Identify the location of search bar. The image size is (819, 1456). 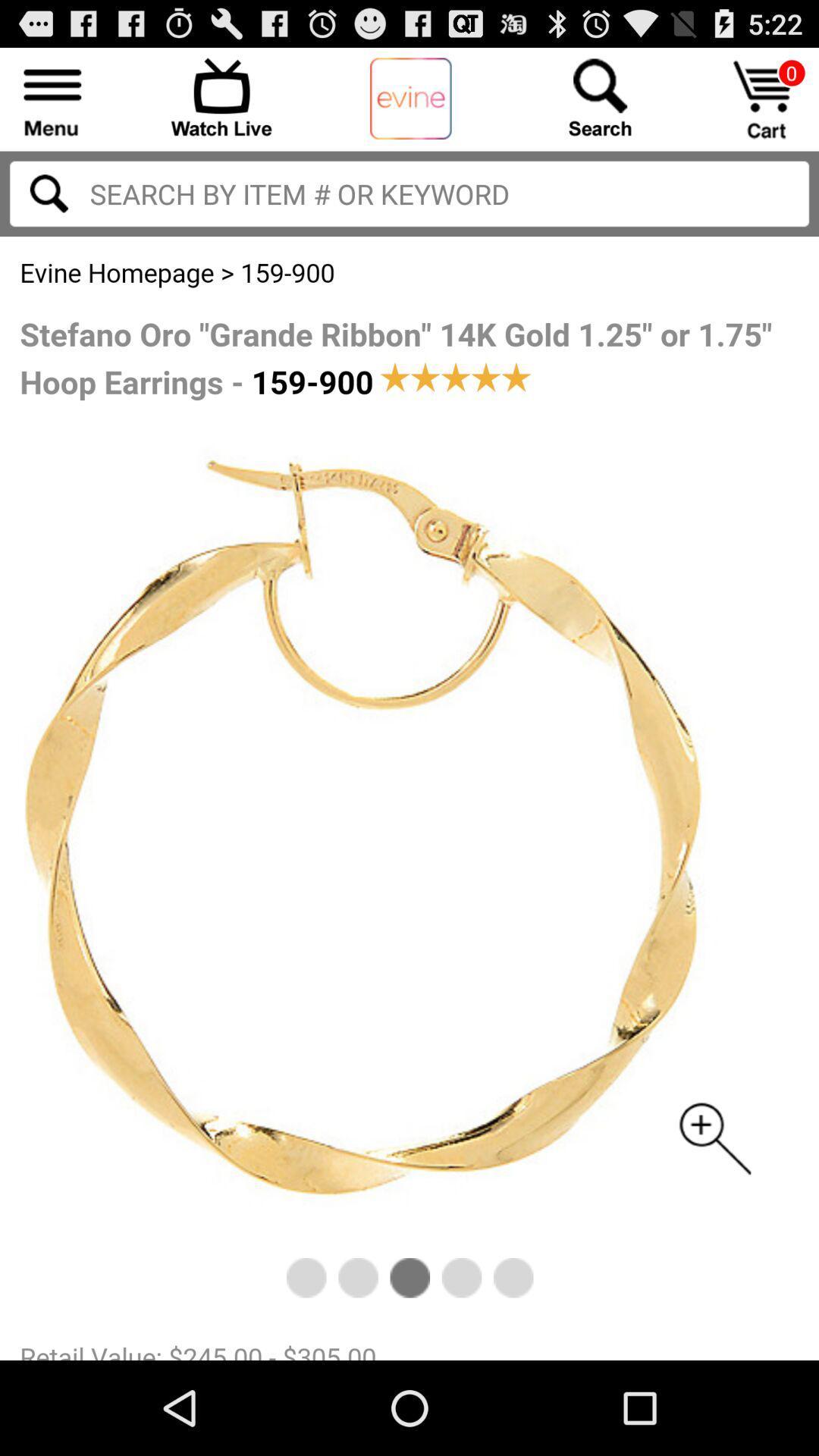
(409, 193).